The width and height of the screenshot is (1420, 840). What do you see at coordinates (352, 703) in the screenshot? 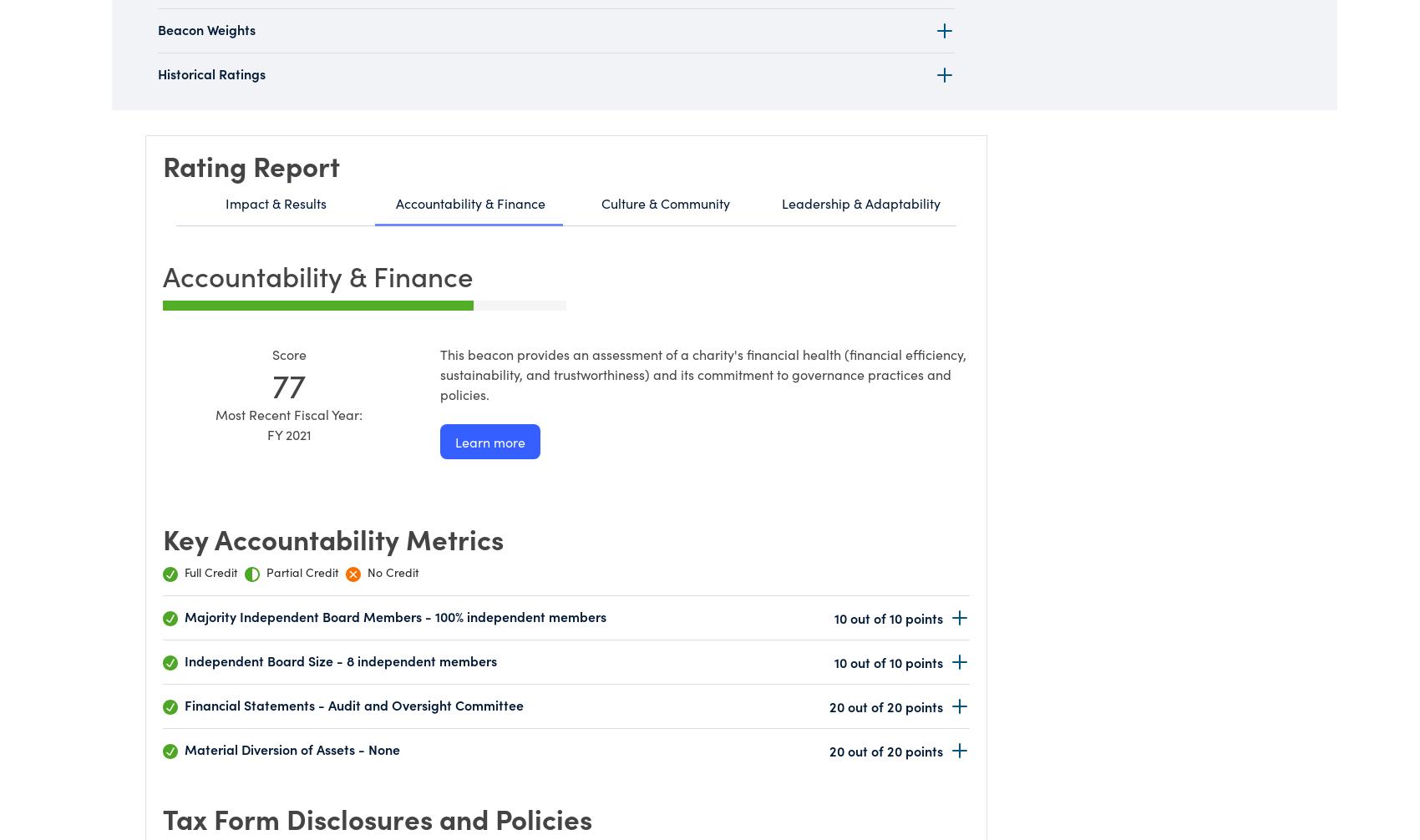
I see `'Financial Statements - Audit and Oversight Committee'` at bounding box center [352, 703].